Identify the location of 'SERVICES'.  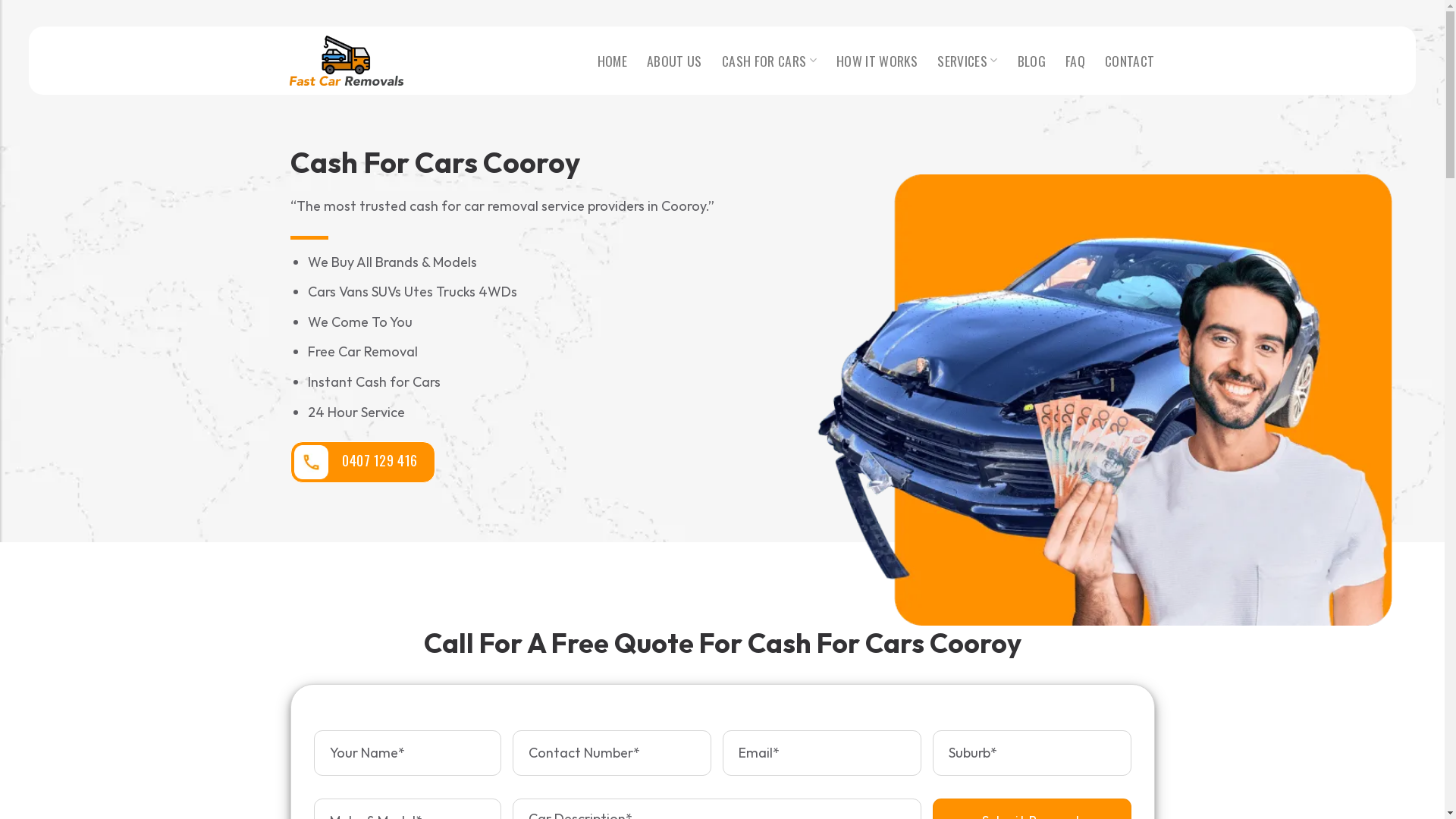
(966, 59).